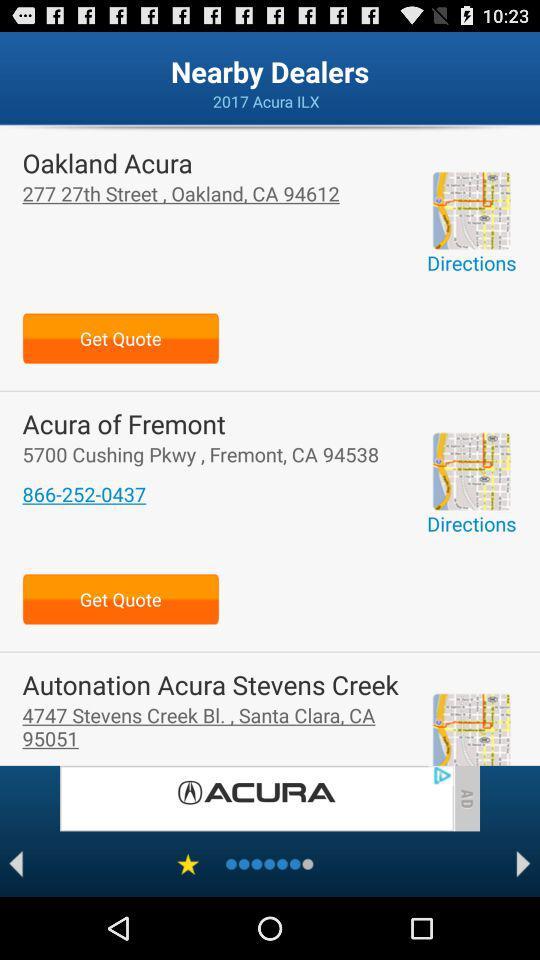 The height and width of the screenshot is (960, 540). Describe the element at coordinates (256, 798) in the screenshot. I see `the advertisement` at that location.